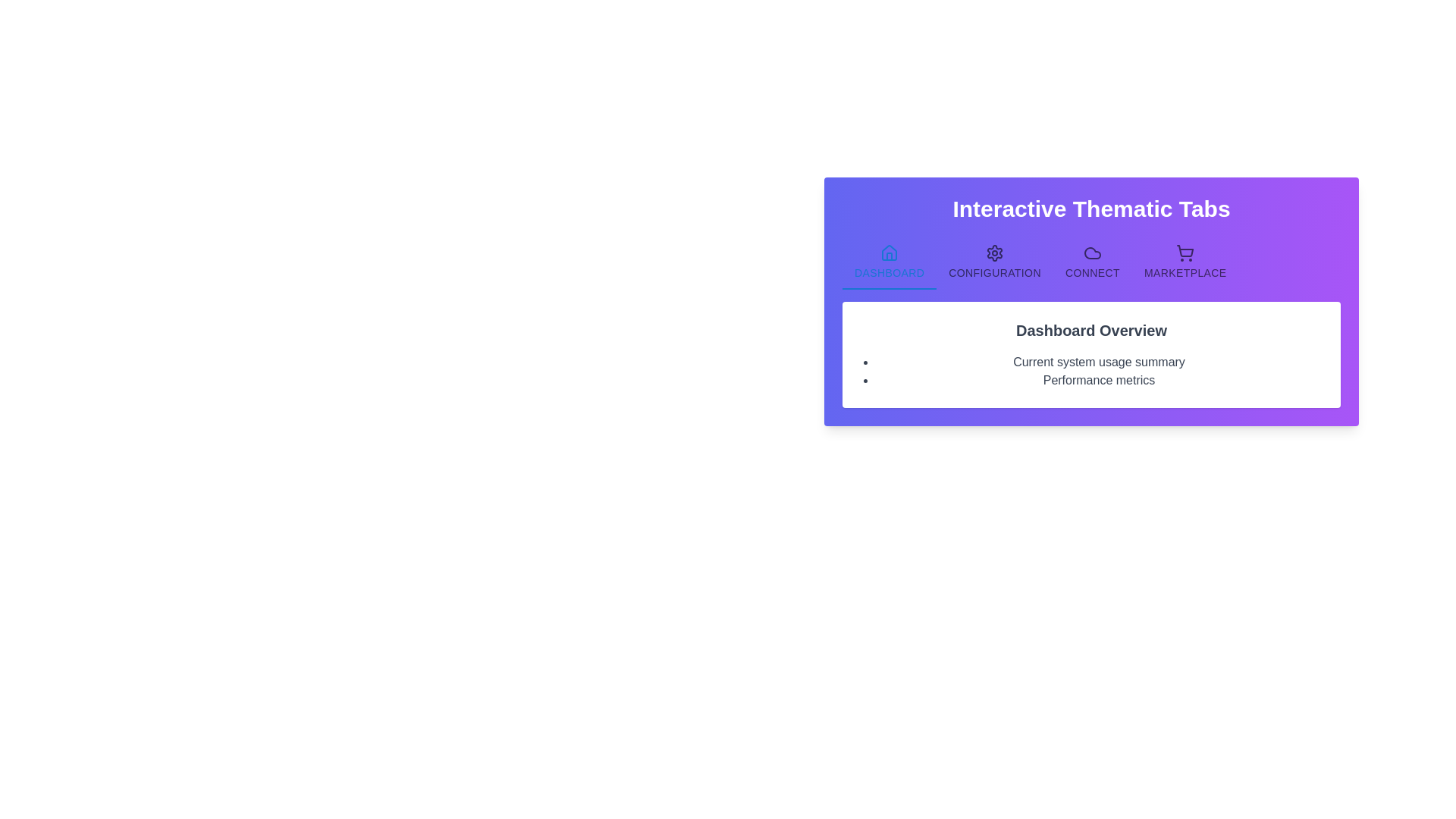 Image resolution: width=1456 pixels, height=819 pixels. What do you see at coordinates (890, 262) in the screenshot?
I see `the 'Dashboard' tab using keyboard navigation` at bounding box center [890, 262].